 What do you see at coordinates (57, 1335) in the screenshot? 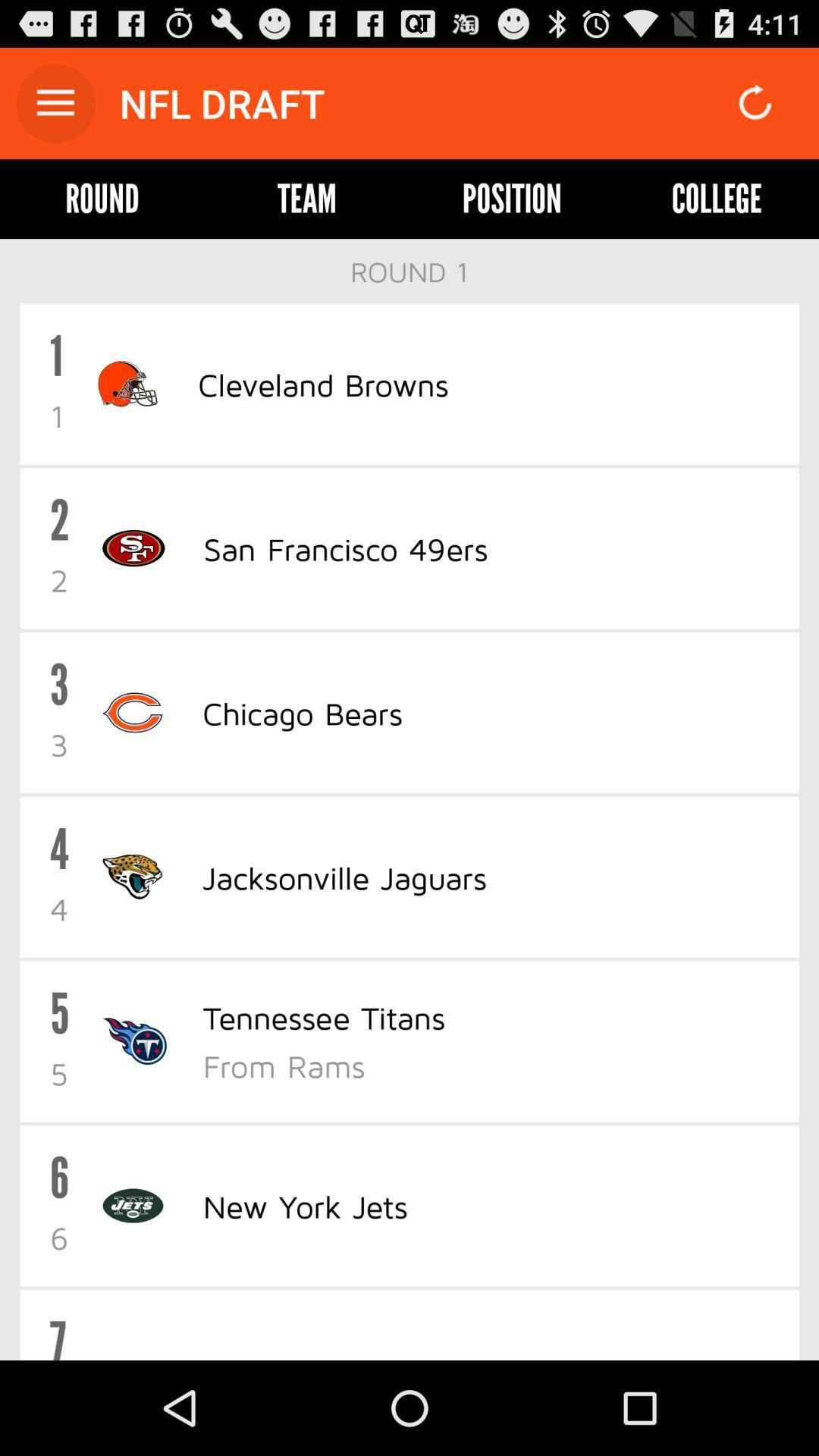
I see `the 7 item` at bounding box center [57, 1335].